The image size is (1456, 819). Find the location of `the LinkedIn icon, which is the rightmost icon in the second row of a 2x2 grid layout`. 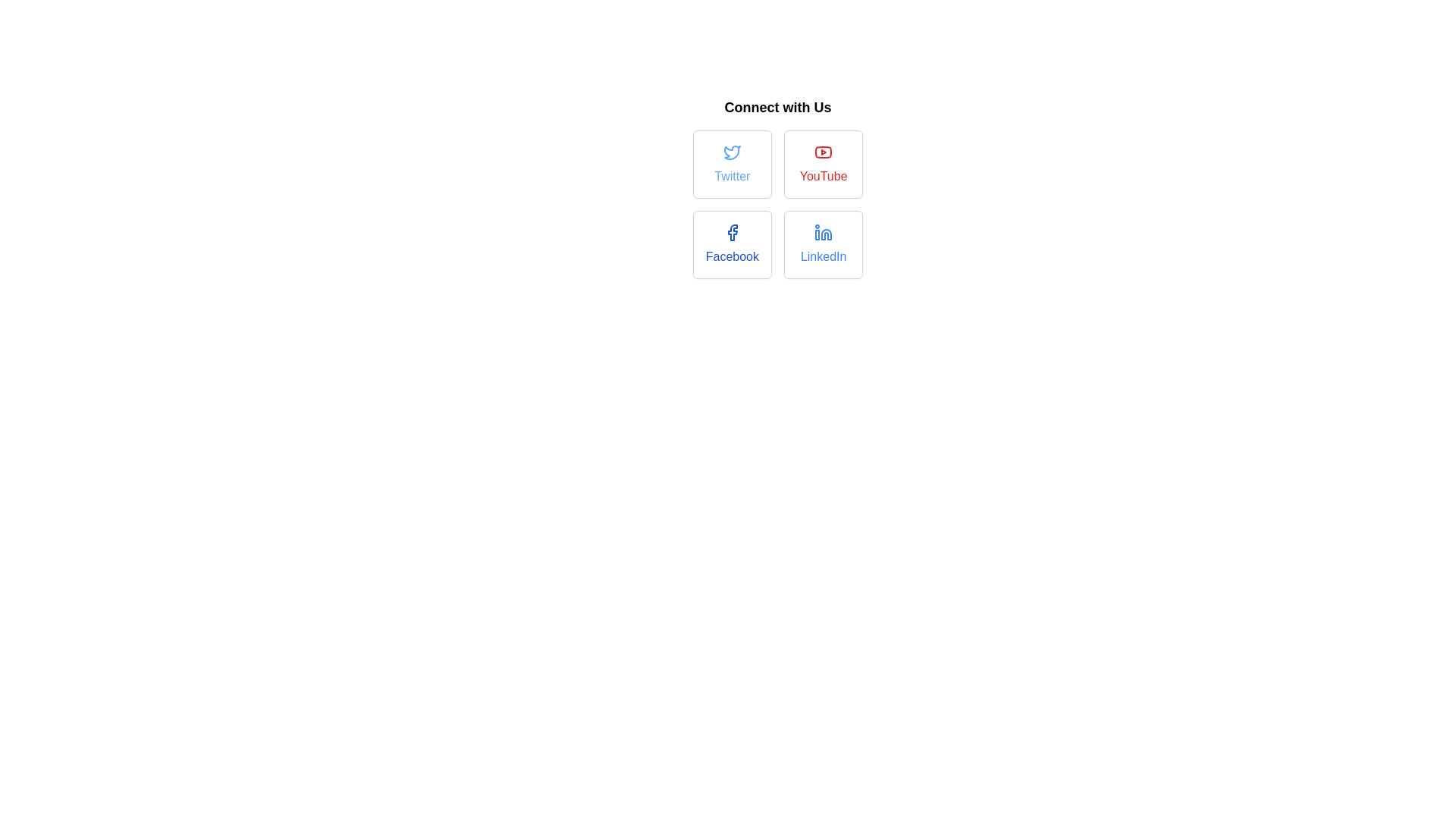

the LinkedIn icon, which is the rightmost icon in the second row of a 2x2 grid layout is located at coordinates (826, 234).